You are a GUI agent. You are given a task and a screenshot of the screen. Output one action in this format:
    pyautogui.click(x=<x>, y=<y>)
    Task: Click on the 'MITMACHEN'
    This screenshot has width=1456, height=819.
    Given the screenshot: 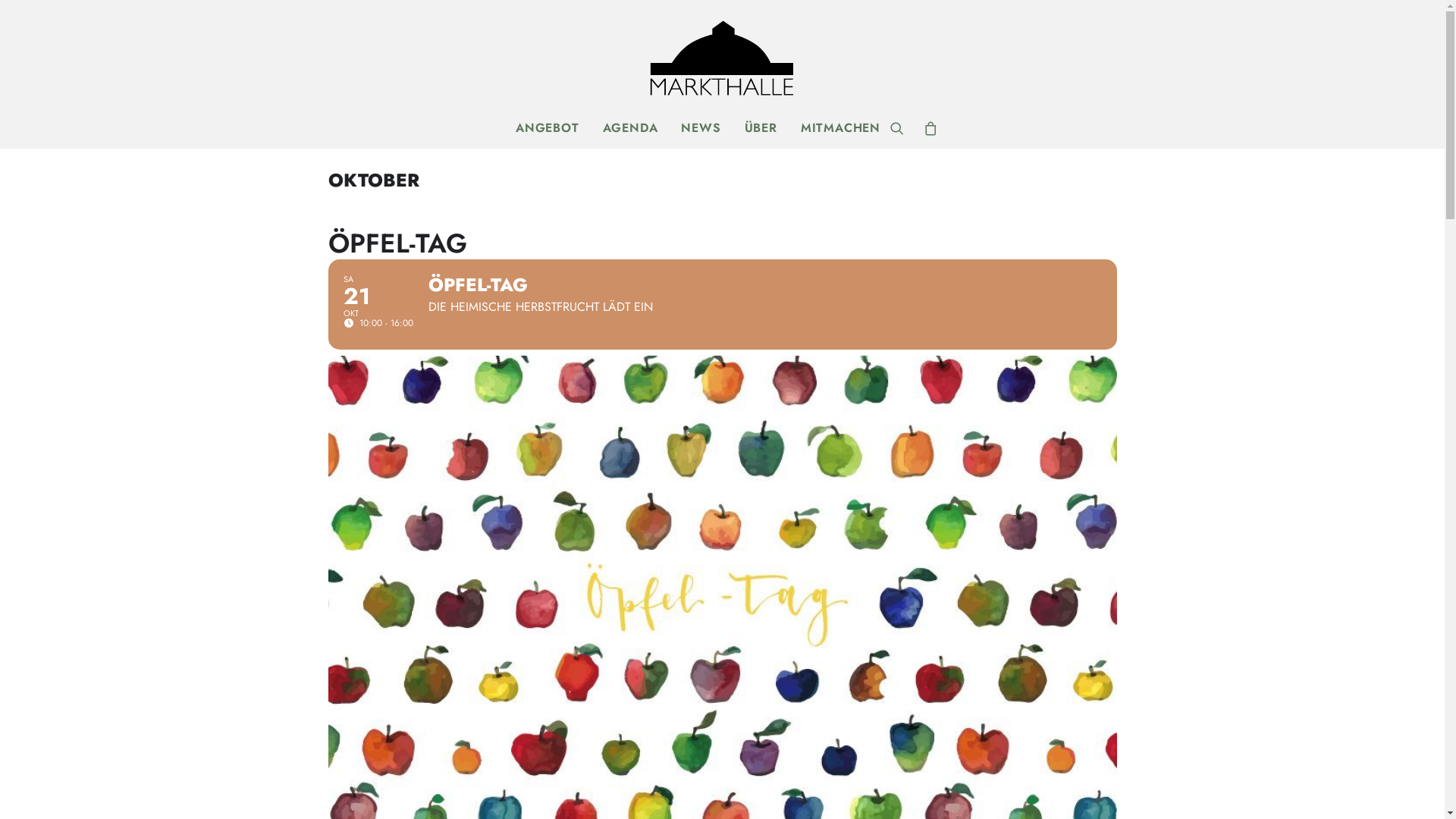 What is the action you would take?
    pyautogui.click(x=835, y=127)
    